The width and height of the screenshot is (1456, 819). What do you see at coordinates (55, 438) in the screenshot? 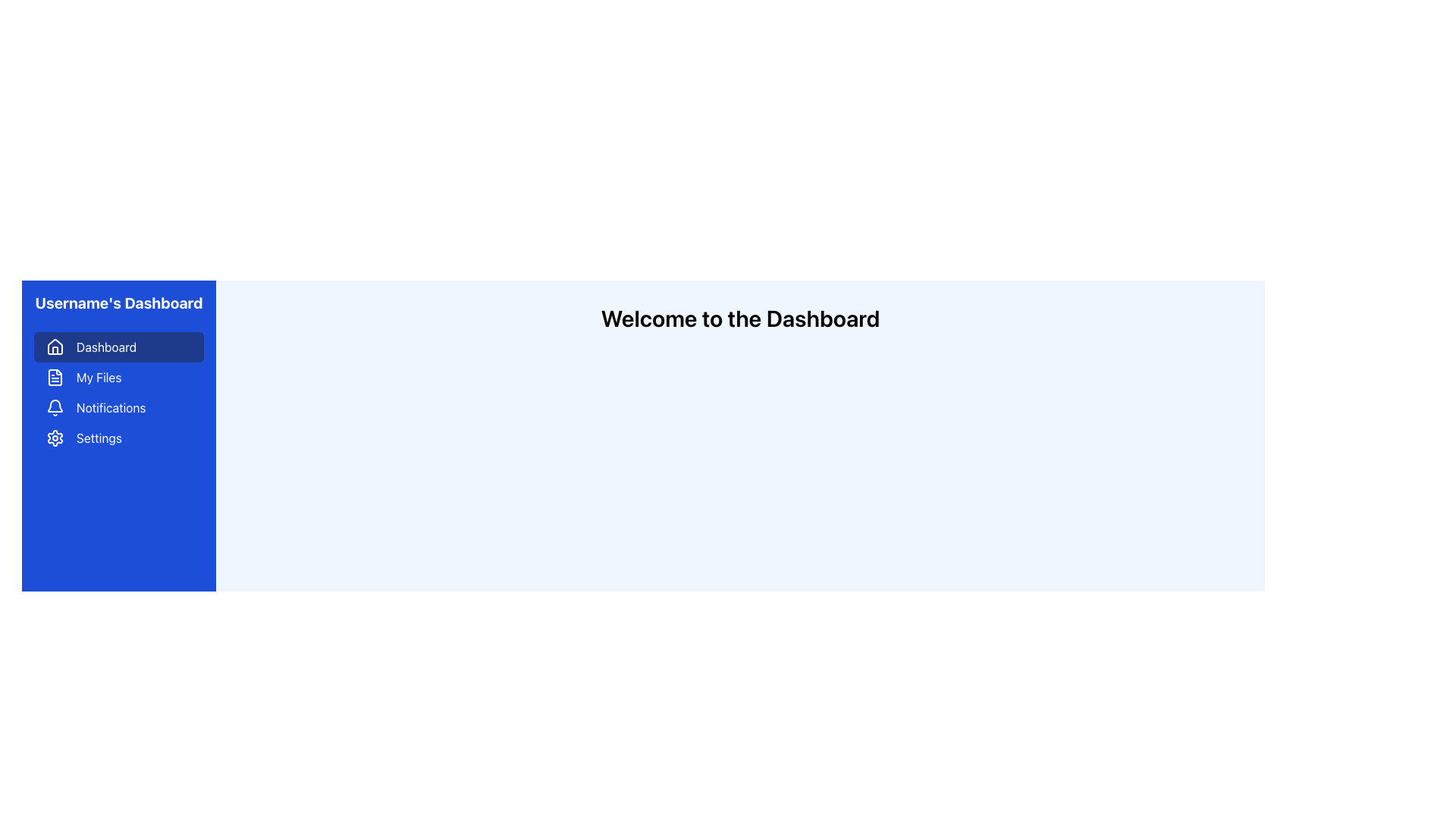
I see `gear-like icon representing the settings option, which is styled in blue and located to the left of the 'Settings' text in the sidebar navigation` at bounding box center [55, 438].